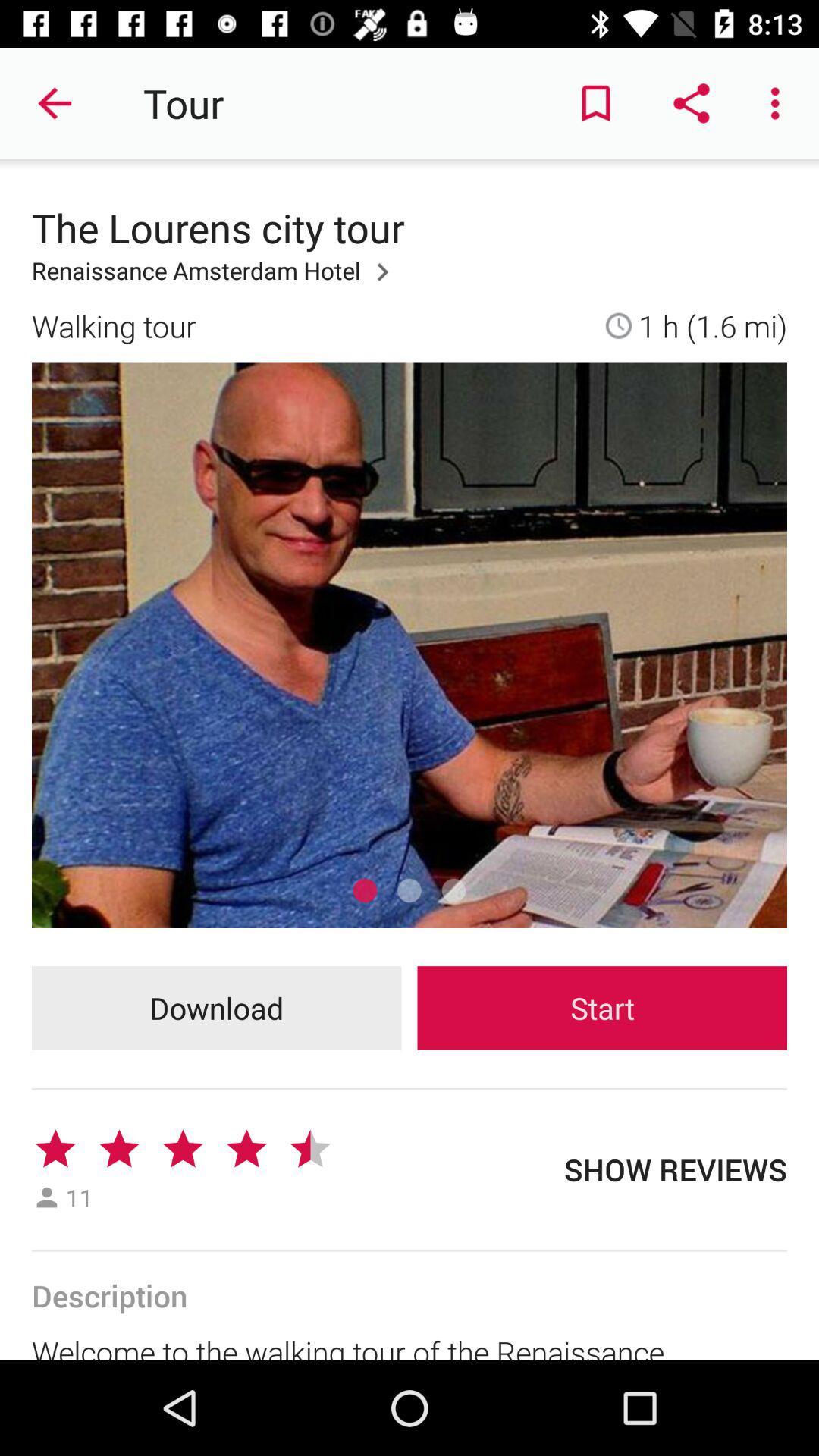 The height and width of the screenshot is (1456, 819). What do you see at coordinates (45, 1197) in the screenshot?
I see `at the icon left side of number 11` at bounding box center [45, 1197].